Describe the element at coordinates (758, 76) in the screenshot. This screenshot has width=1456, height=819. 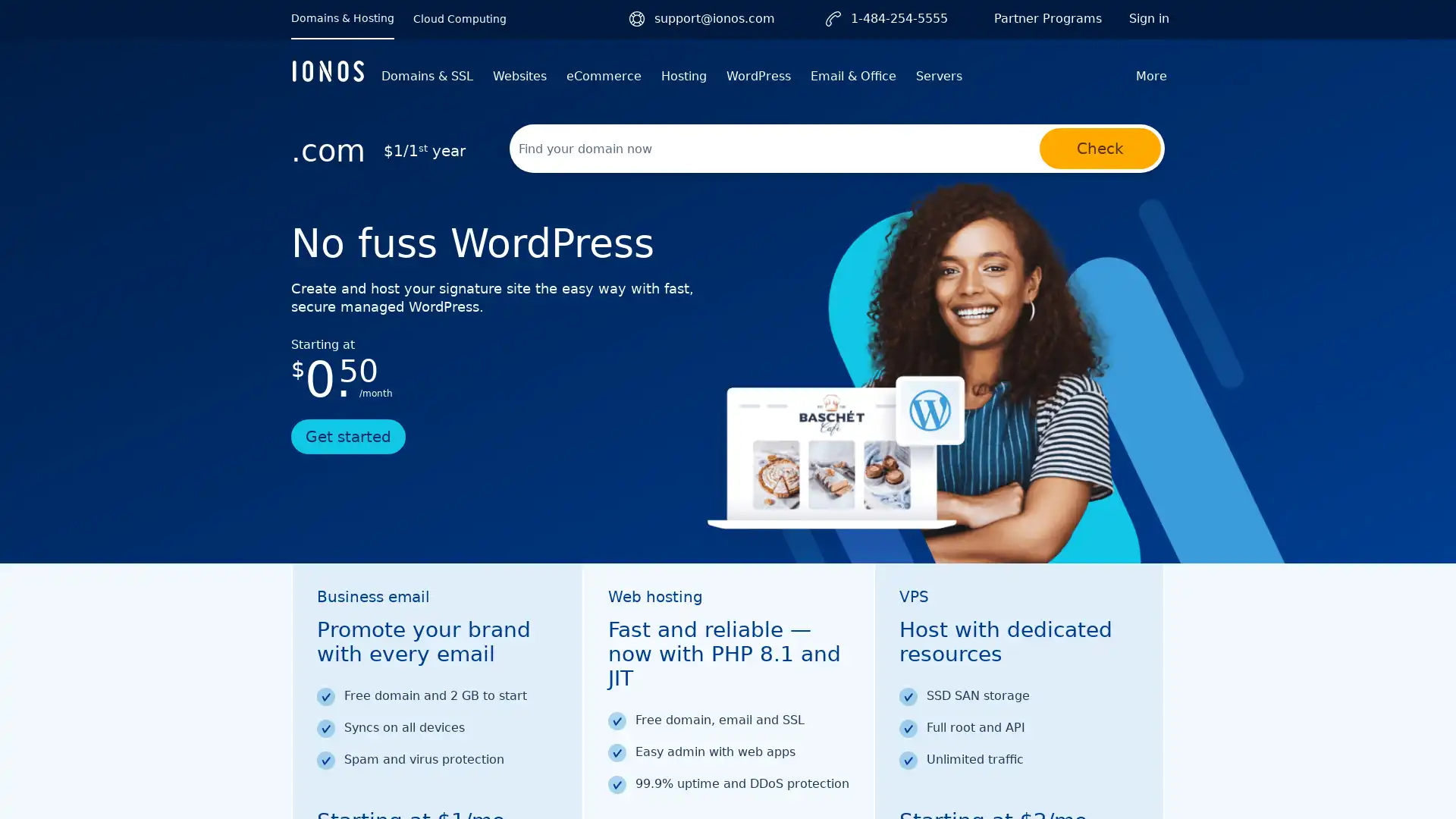
I see `WordPress` at that location.